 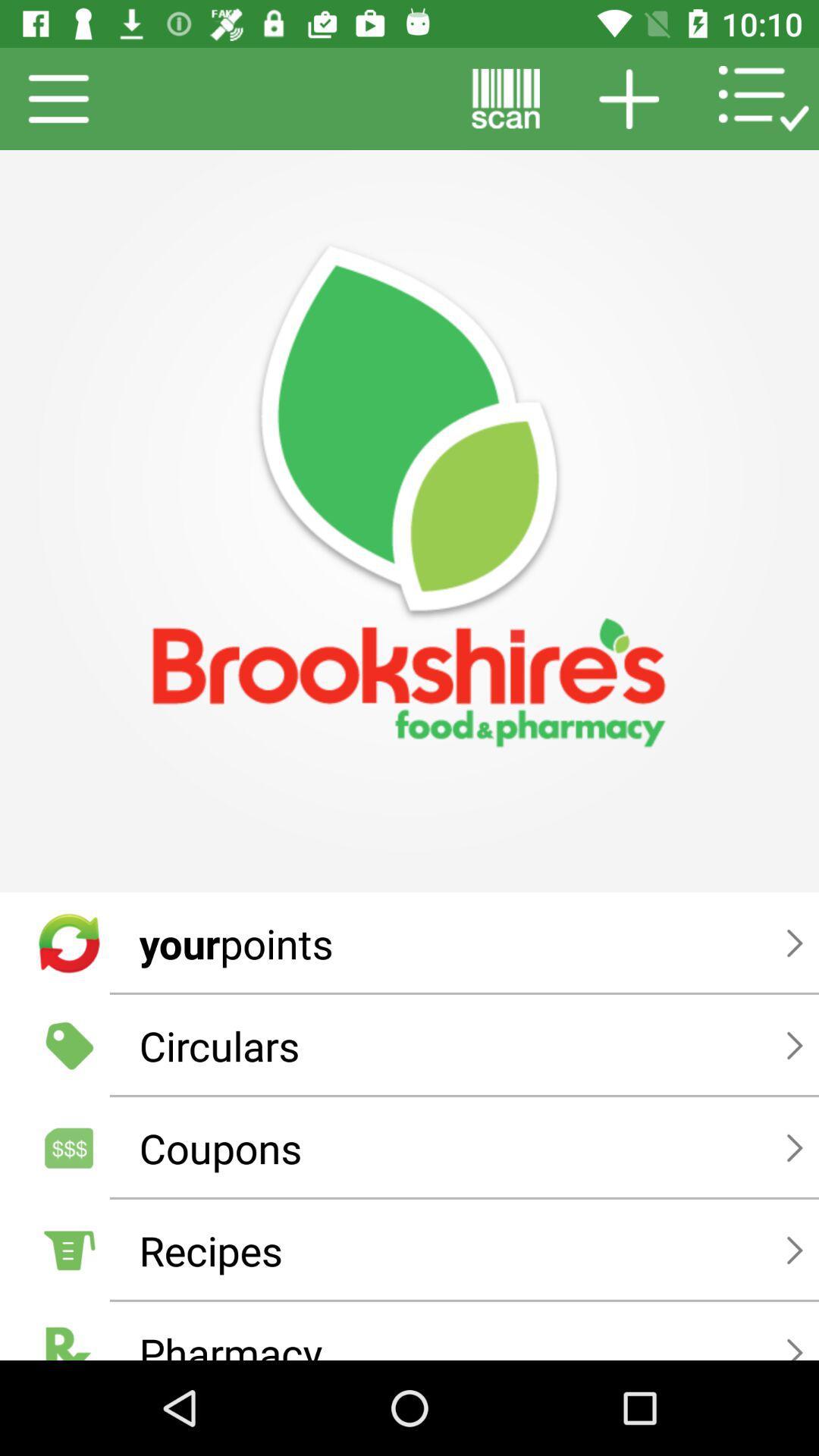 I want to click on the list icon, so click(x=764, y=98).